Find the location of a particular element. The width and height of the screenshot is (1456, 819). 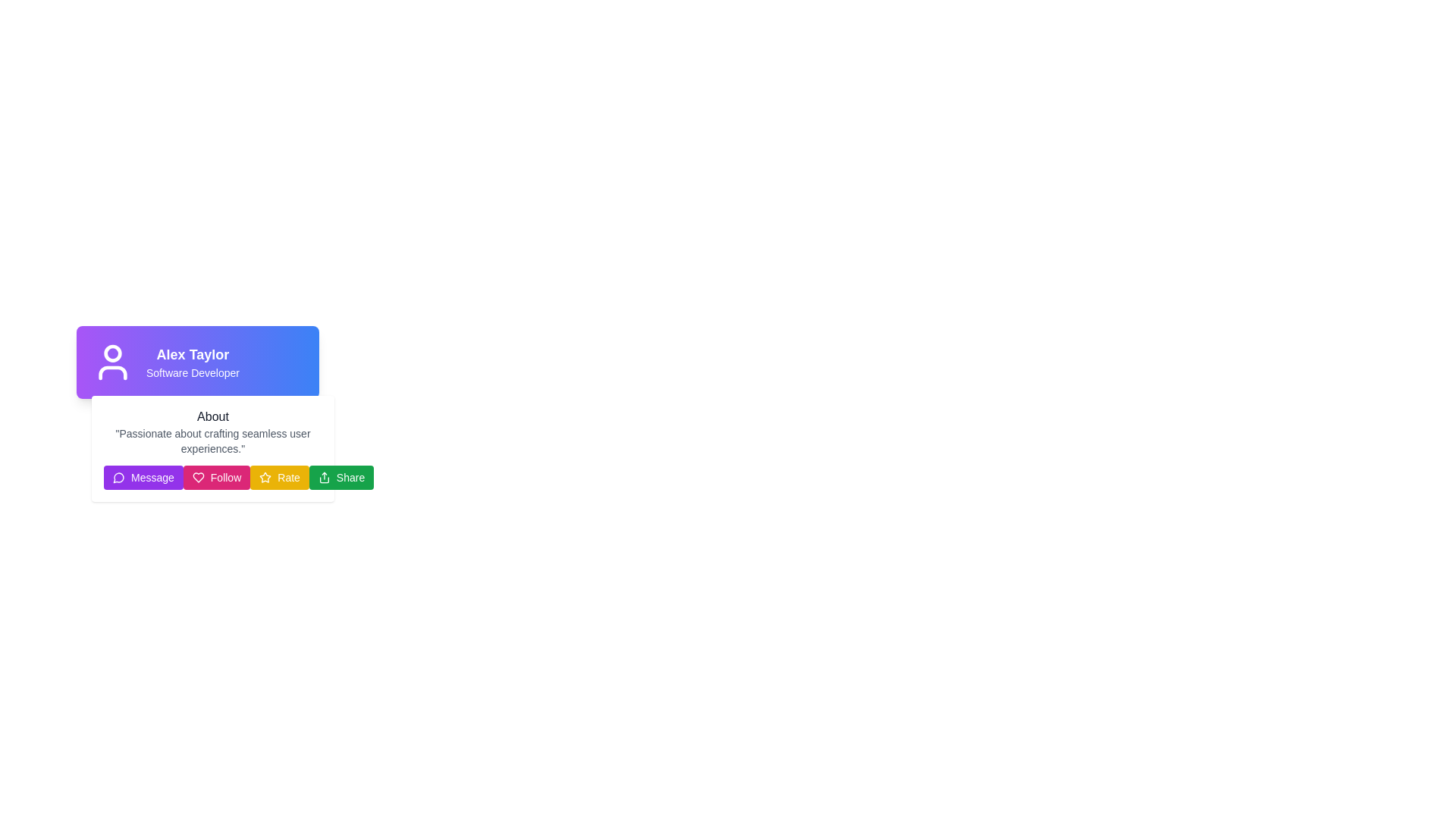

the share button located at the end of the horizontal list of buttons below the profile card is located at coordinates (340, 476).